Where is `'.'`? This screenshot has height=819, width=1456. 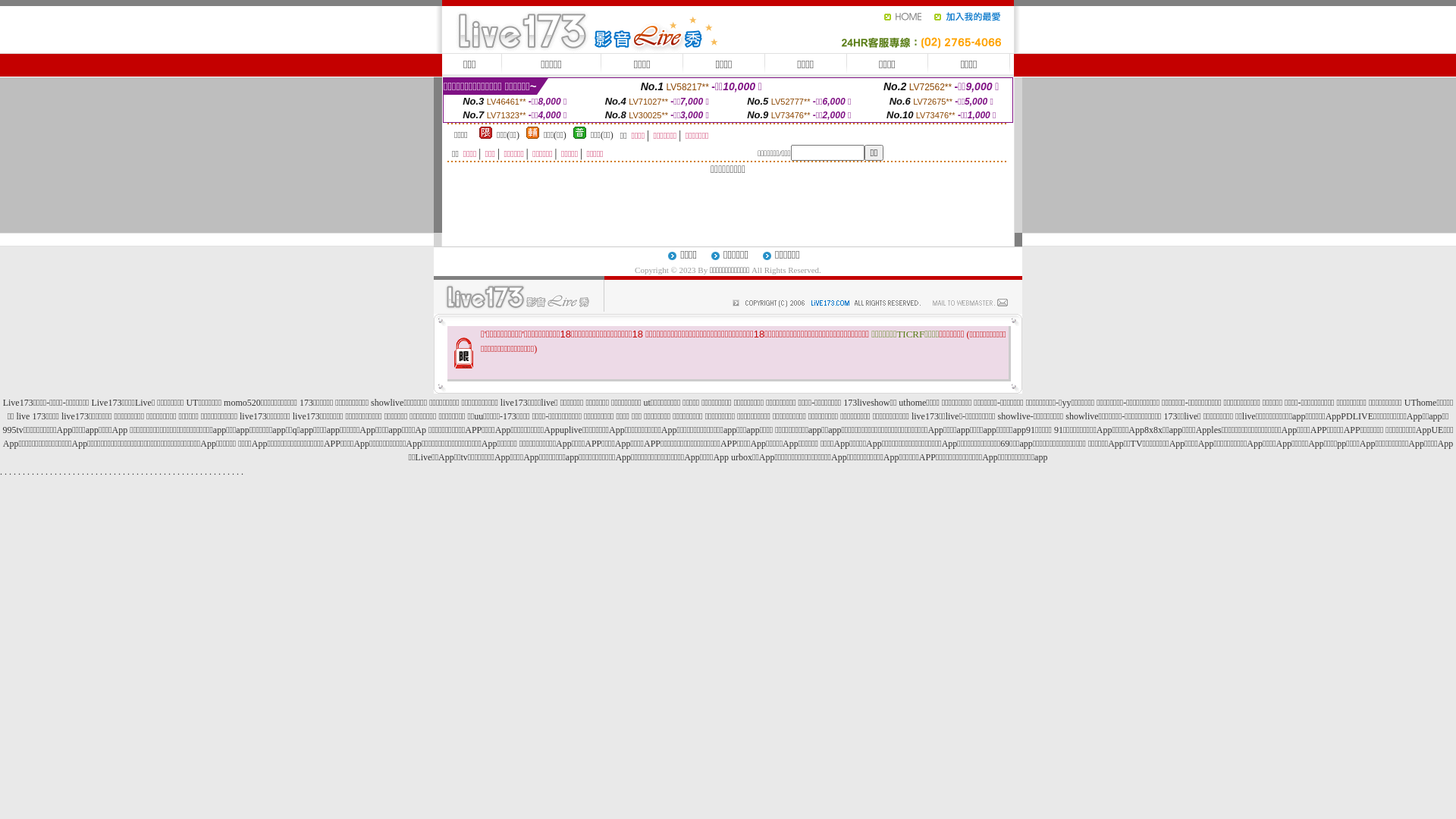
'.' is located at coordinates (76, 470).